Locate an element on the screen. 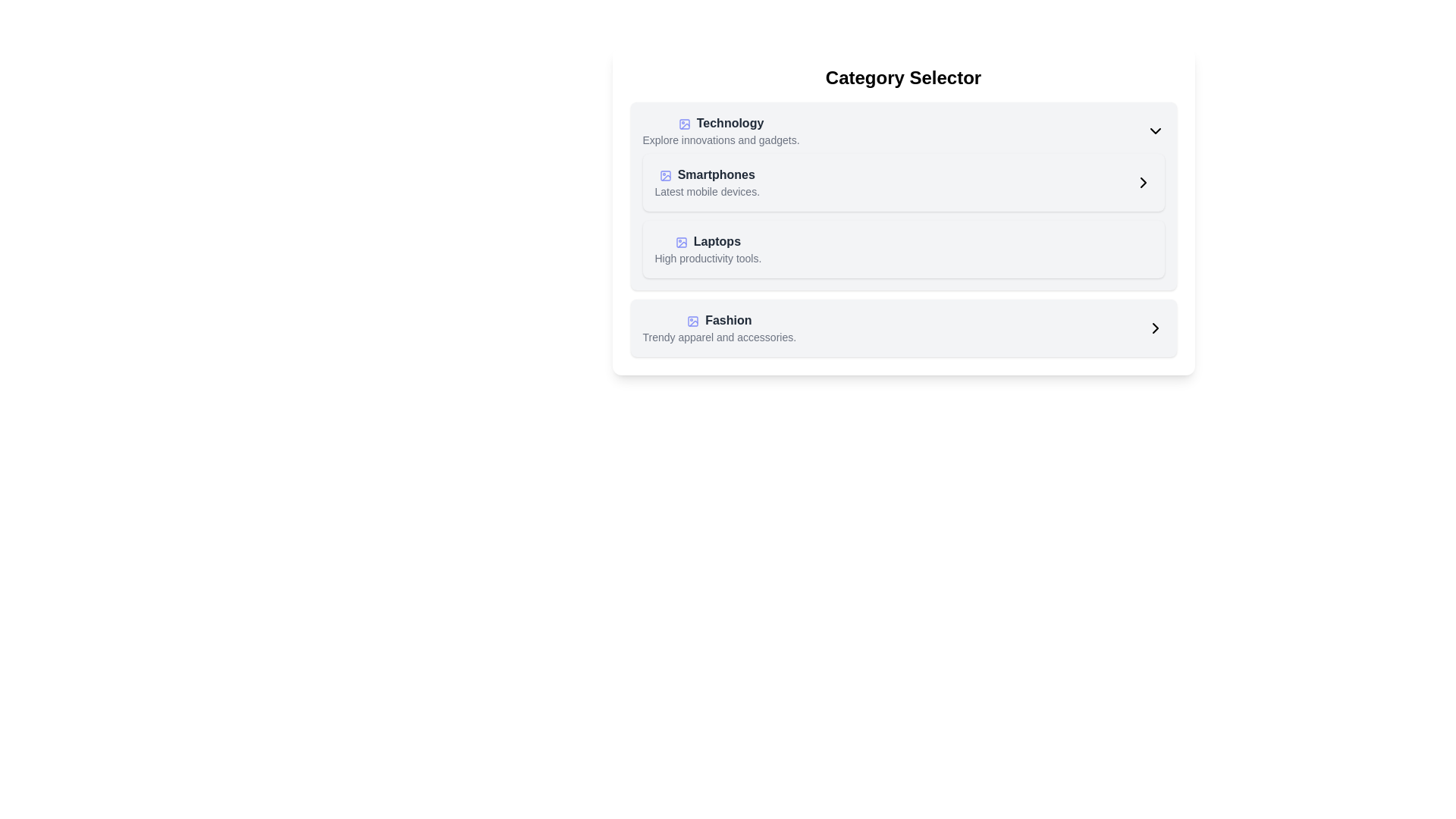  'Smartphones' text label, which is bold and dark, located above the description 'Latest mobile devices.' in the Technology category is located at coordinates (715, 174).